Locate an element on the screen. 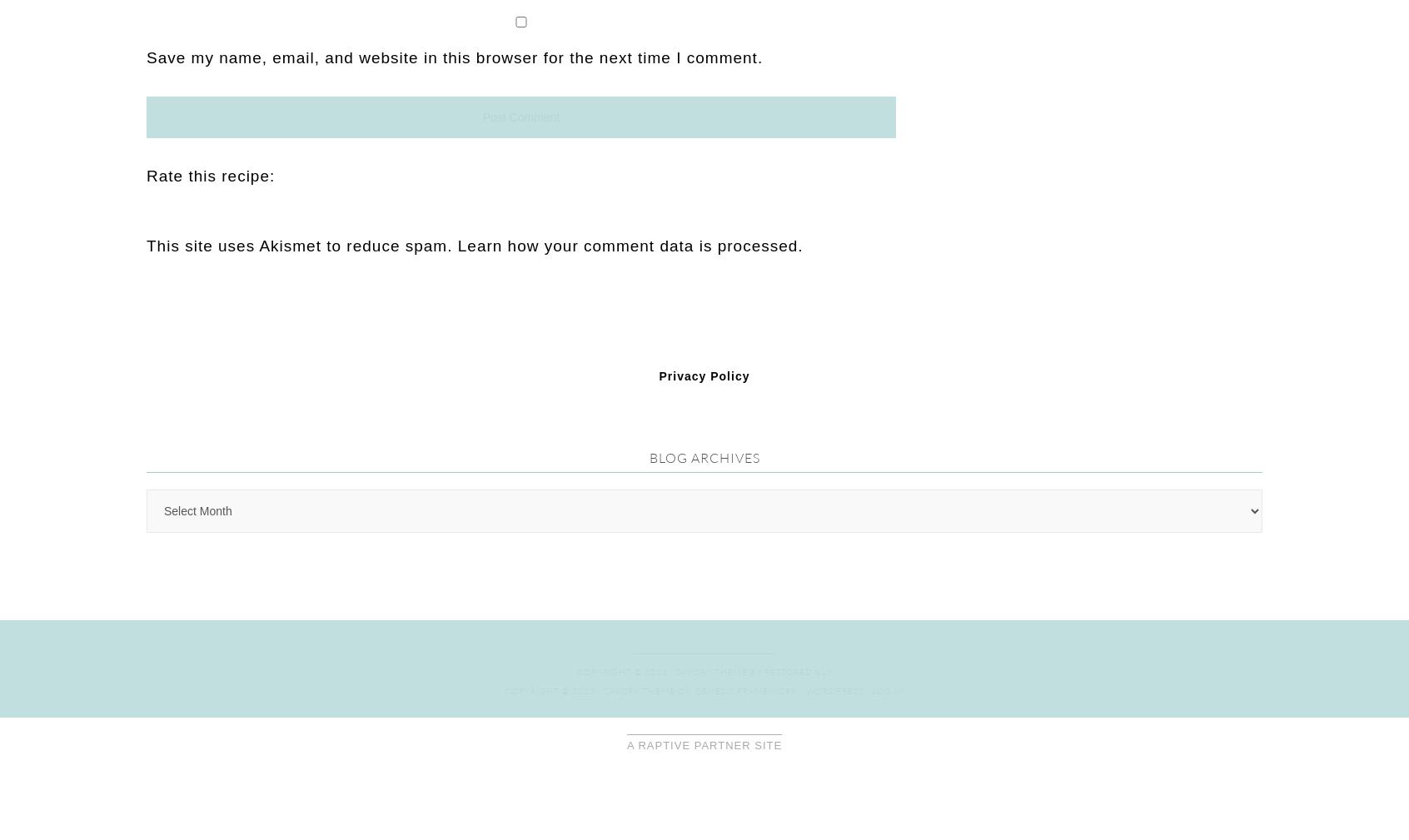 The height and width of the screenshot is (840, 1409). 'Savory Theme' is located at coordinates (638, 318).